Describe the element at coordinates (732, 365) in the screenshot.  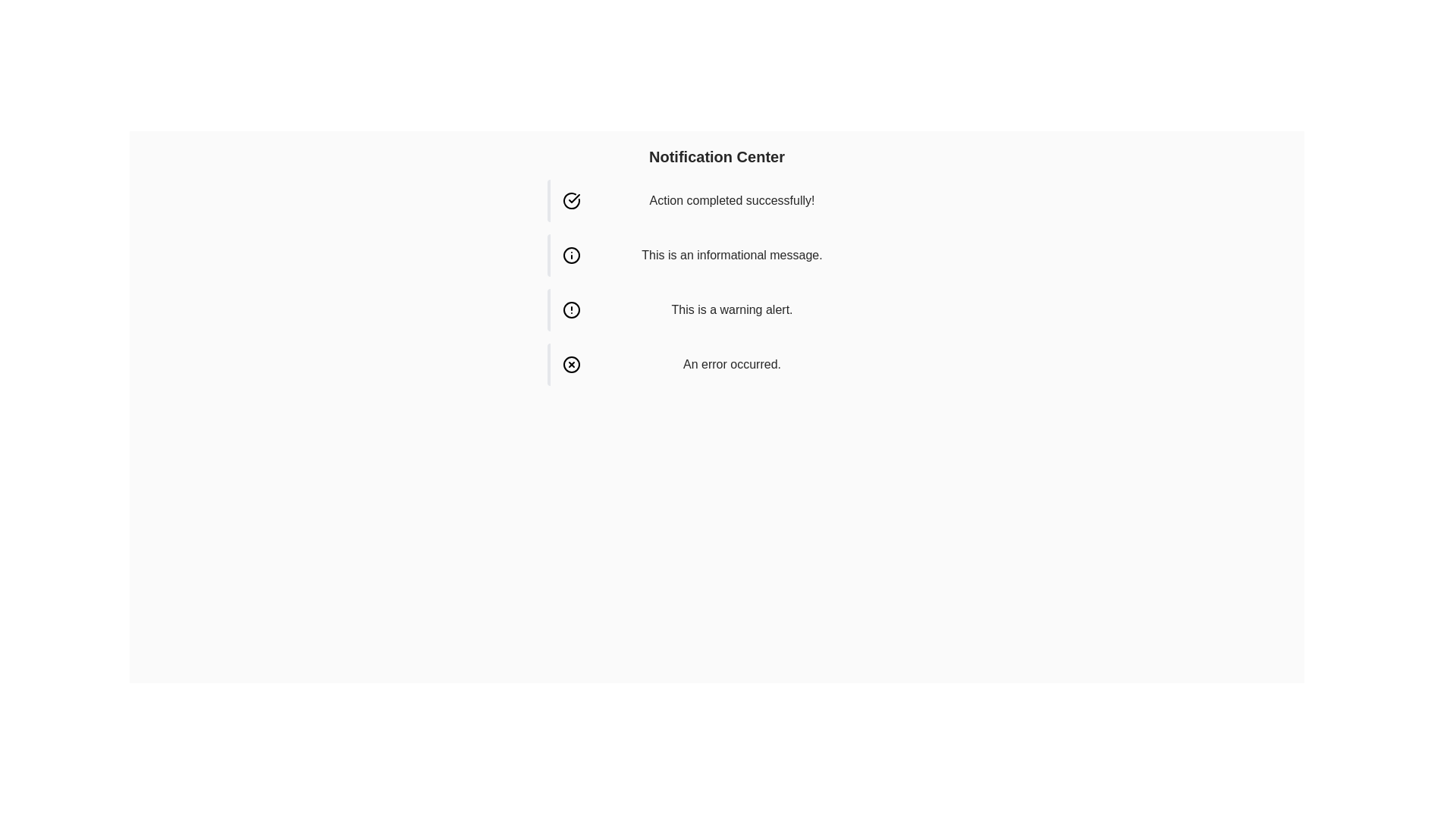
I see `the error message text label in the Notification Center, which provides feedback about an issue, positioned horizontally centered and to the right of the cross symbol icon` at that location.